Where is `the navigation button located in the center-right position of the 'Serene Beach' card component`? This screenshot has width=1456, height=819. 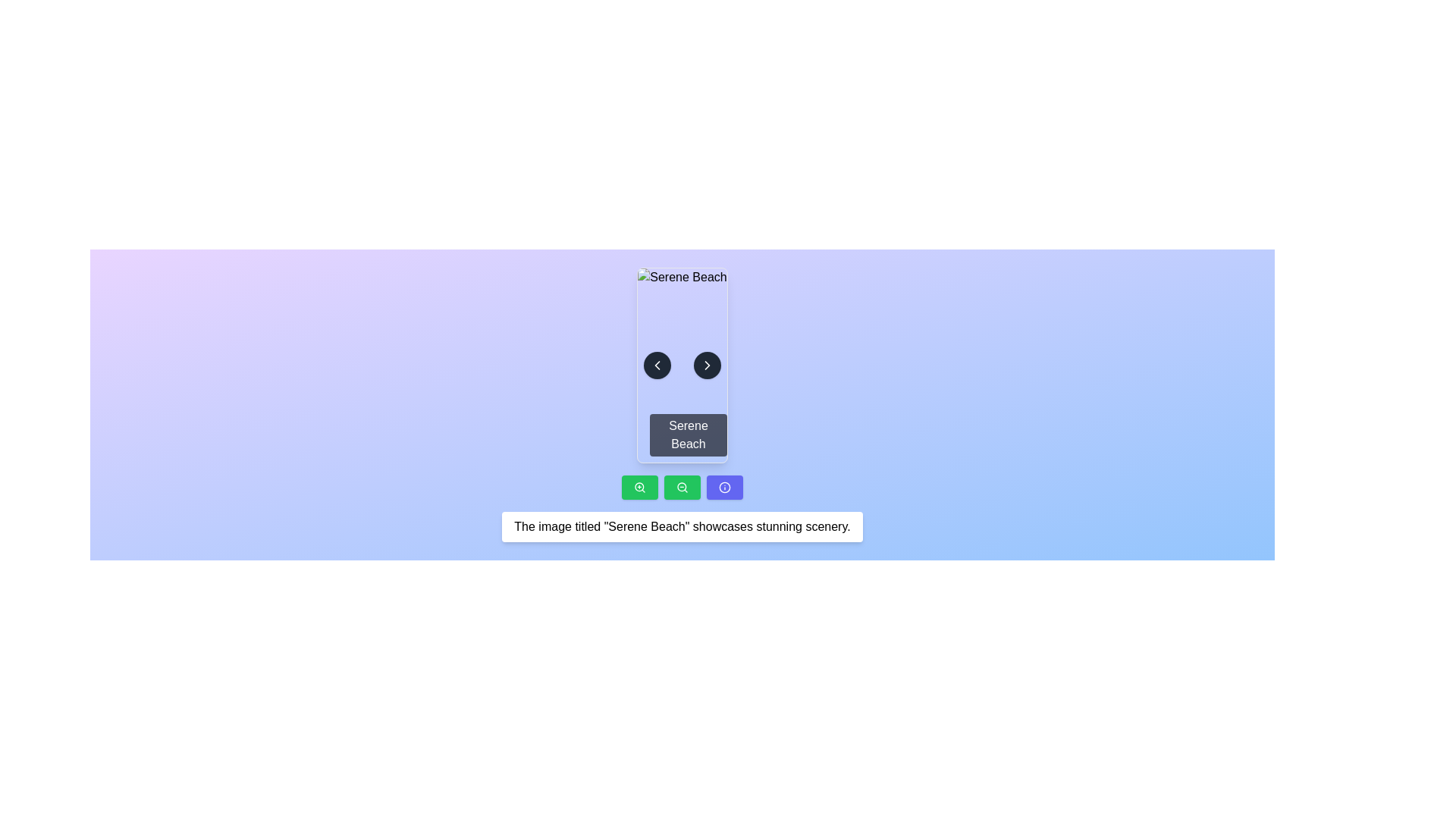 the navigation button located in the center-right position of the 'Serene Beach' card component is located at coordinates (706, 366).